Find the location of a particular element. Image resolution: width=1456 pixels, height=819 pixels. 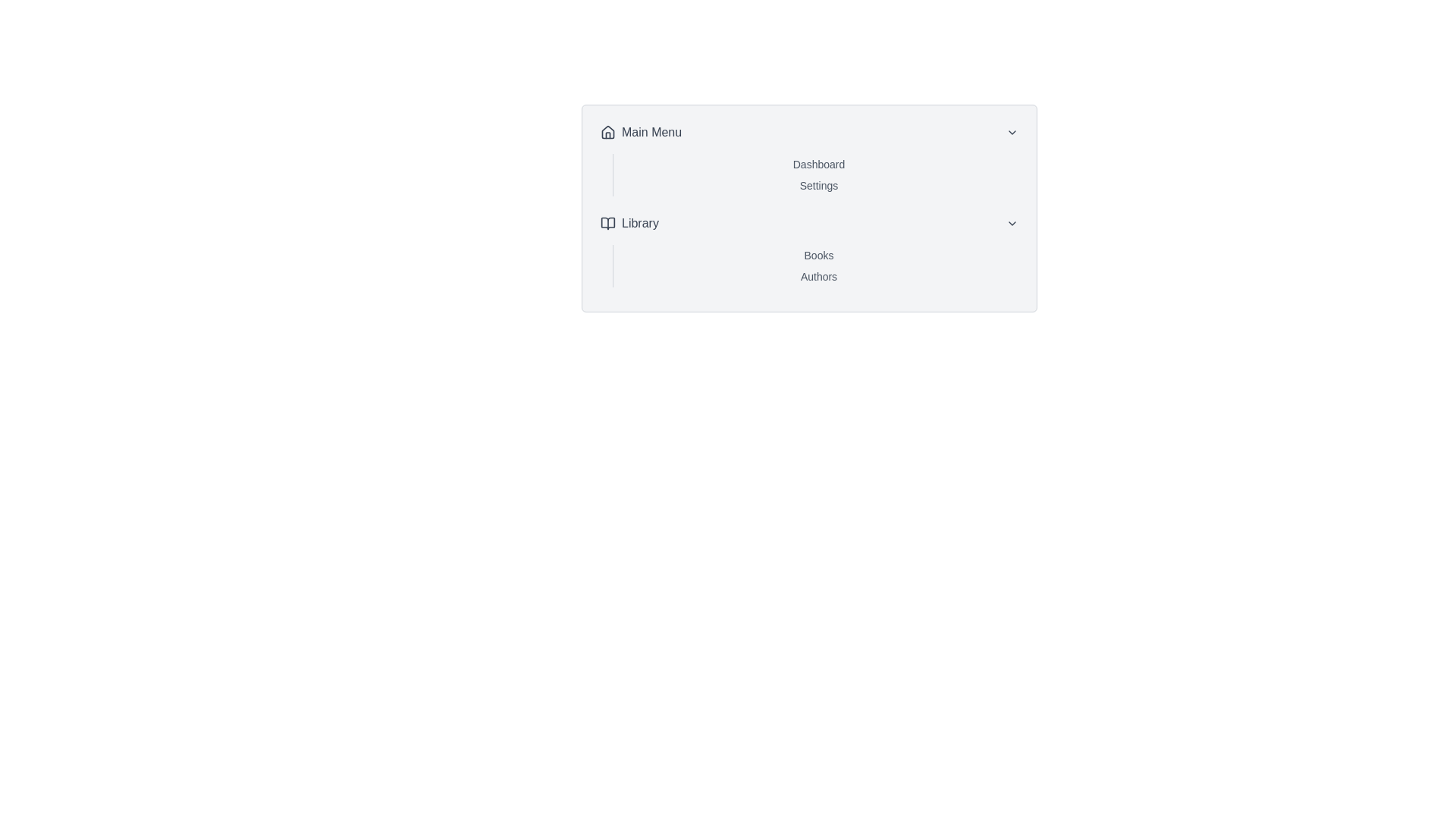

the text label under the 'Library' category that represents the Books section is located at coordinates (818, 254).